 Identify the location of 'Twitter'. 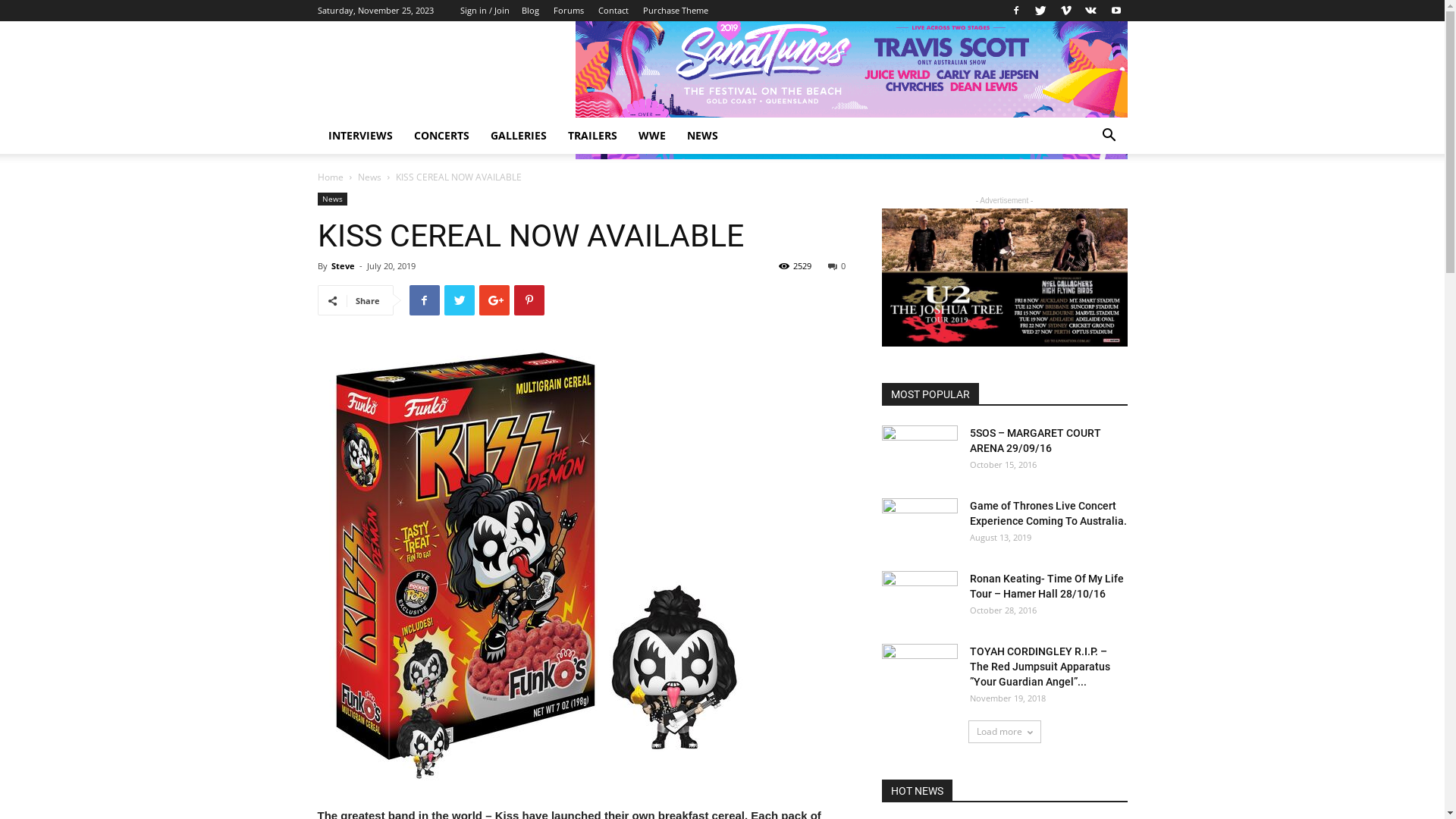
(1030, 11).